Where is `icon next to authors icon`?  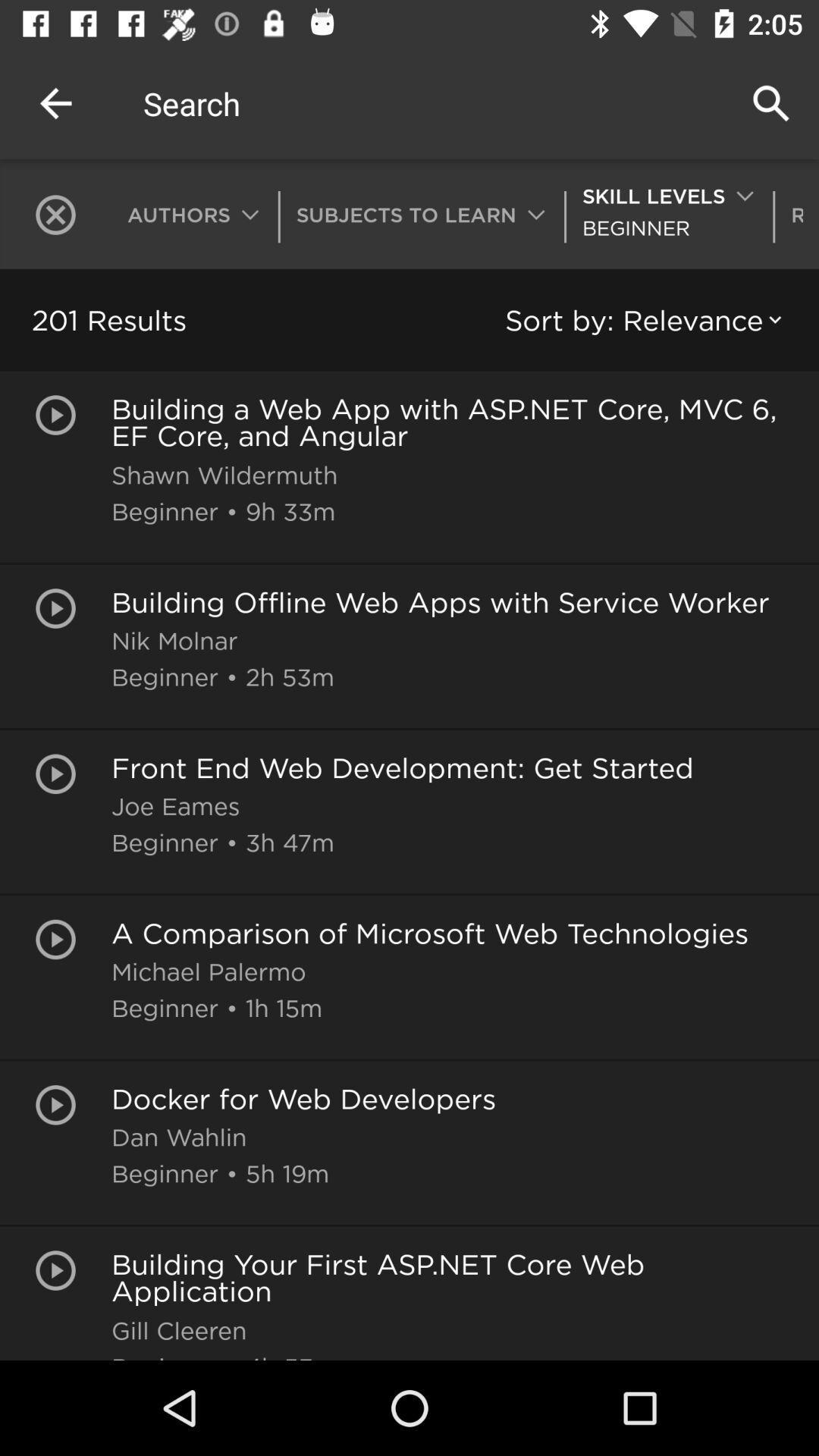
icon next to authors icon is located at coordinates (63, 214).